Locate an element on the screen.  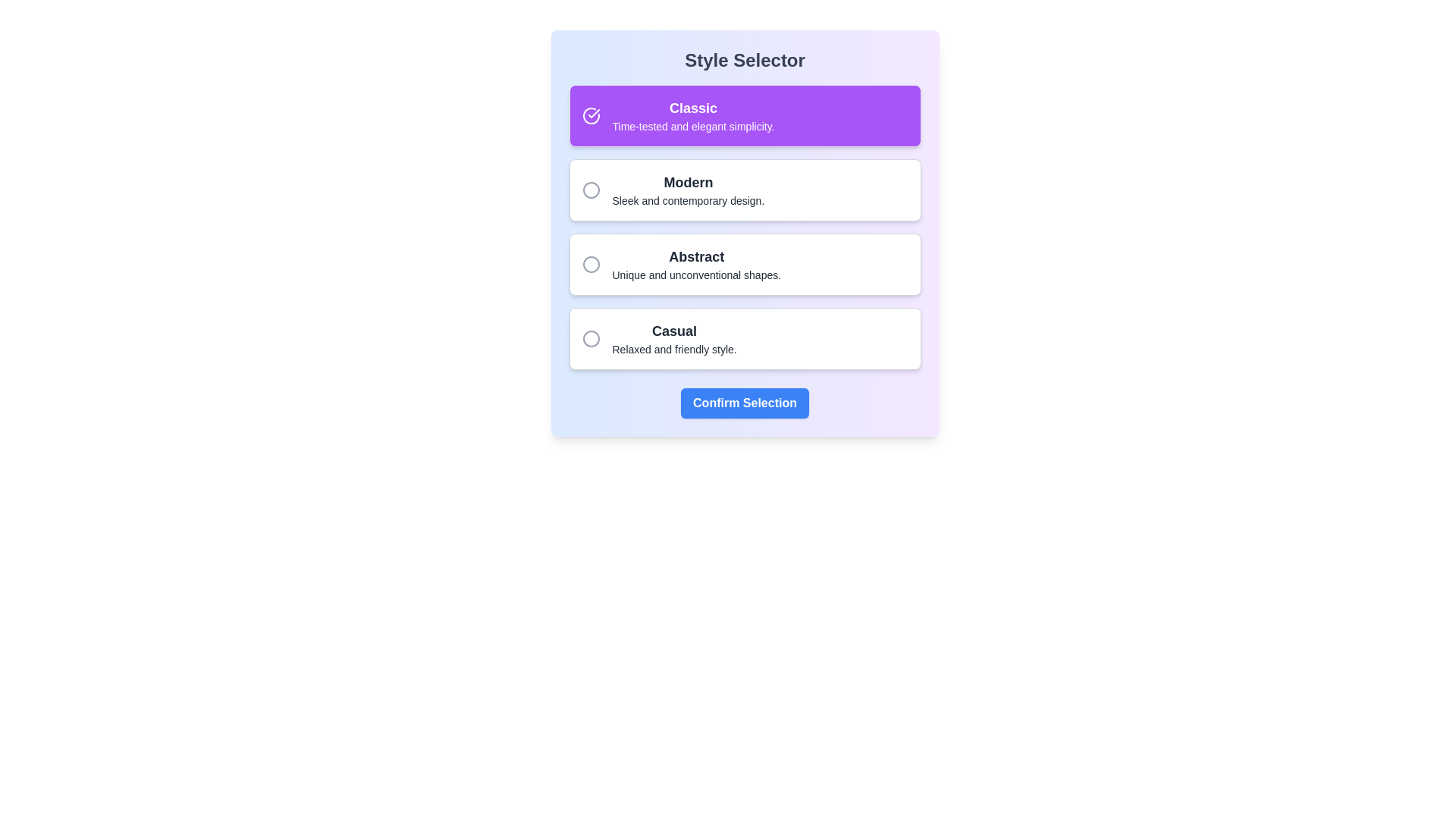
the RadioButton element located in the top-left corner of the 'Abstract' style option card, which is visually a circular icon with a gray border and no internal fill is located at coordinates (590, 263).